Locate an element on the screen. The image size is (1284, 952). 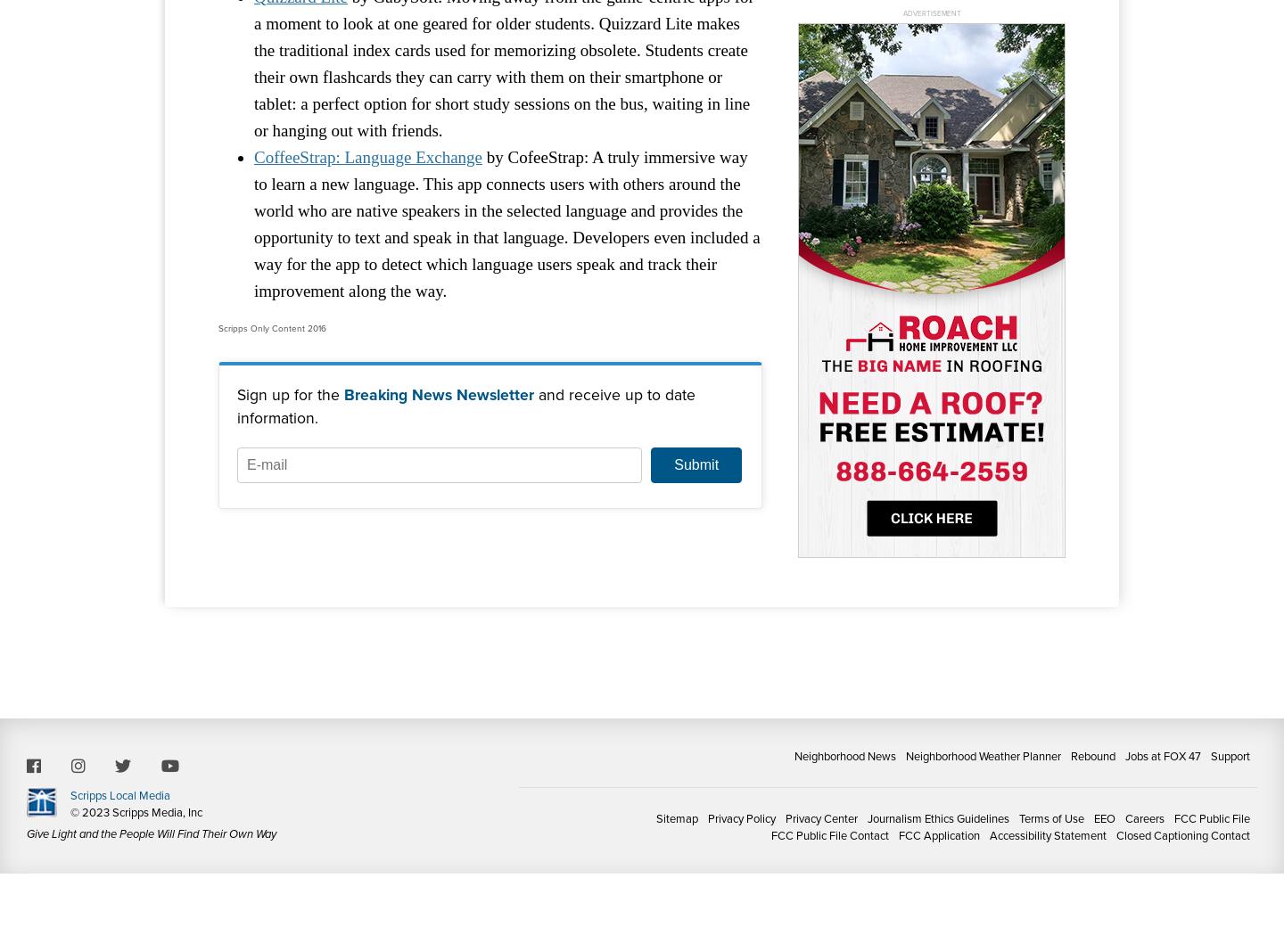
'EEO' is located at coordinates (1103, 817).